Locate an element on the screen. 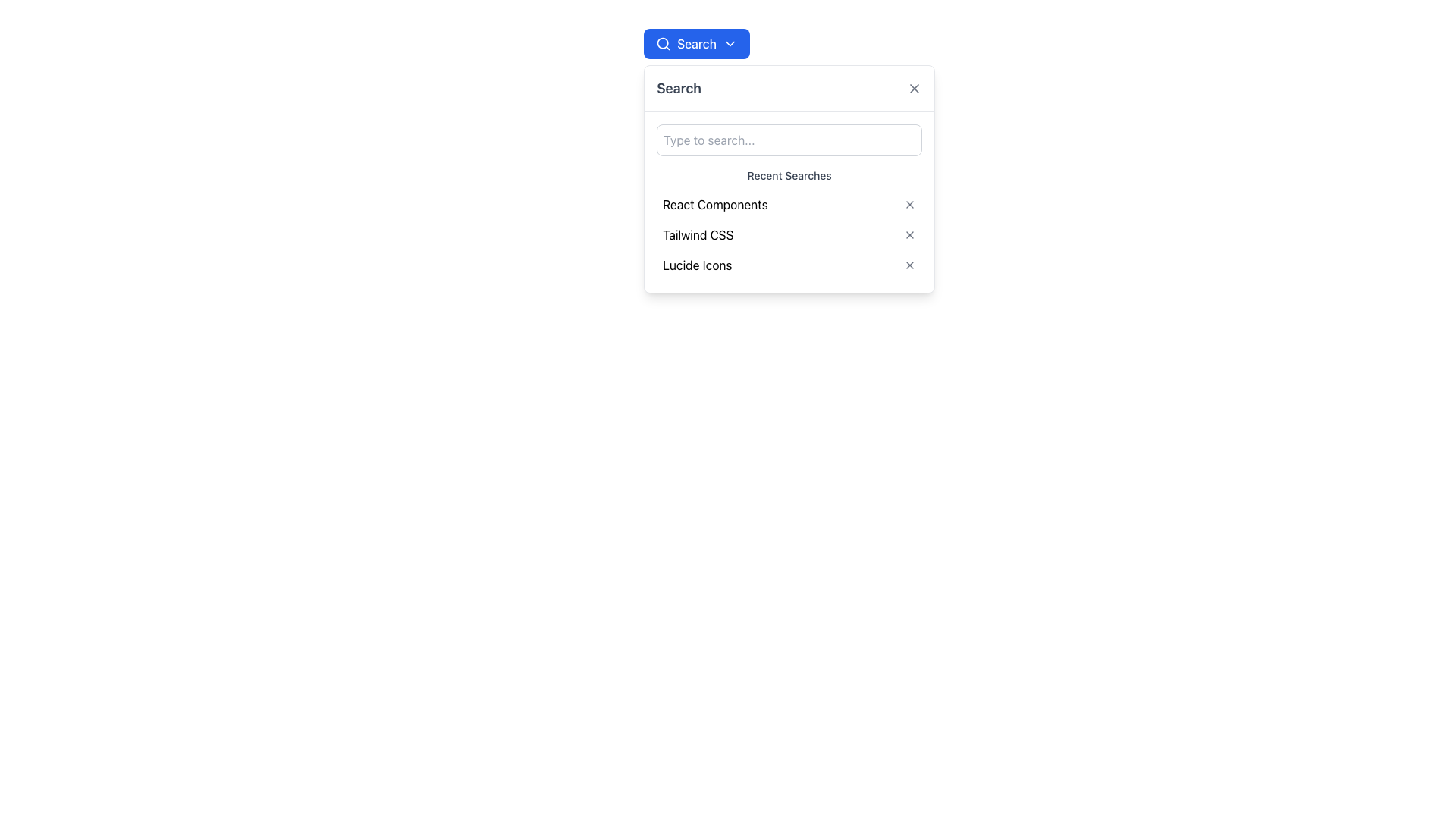  the second list item under the 'Recent Searches' section that displays 'Tailwind CSS' is located at coordinates (789, 234).